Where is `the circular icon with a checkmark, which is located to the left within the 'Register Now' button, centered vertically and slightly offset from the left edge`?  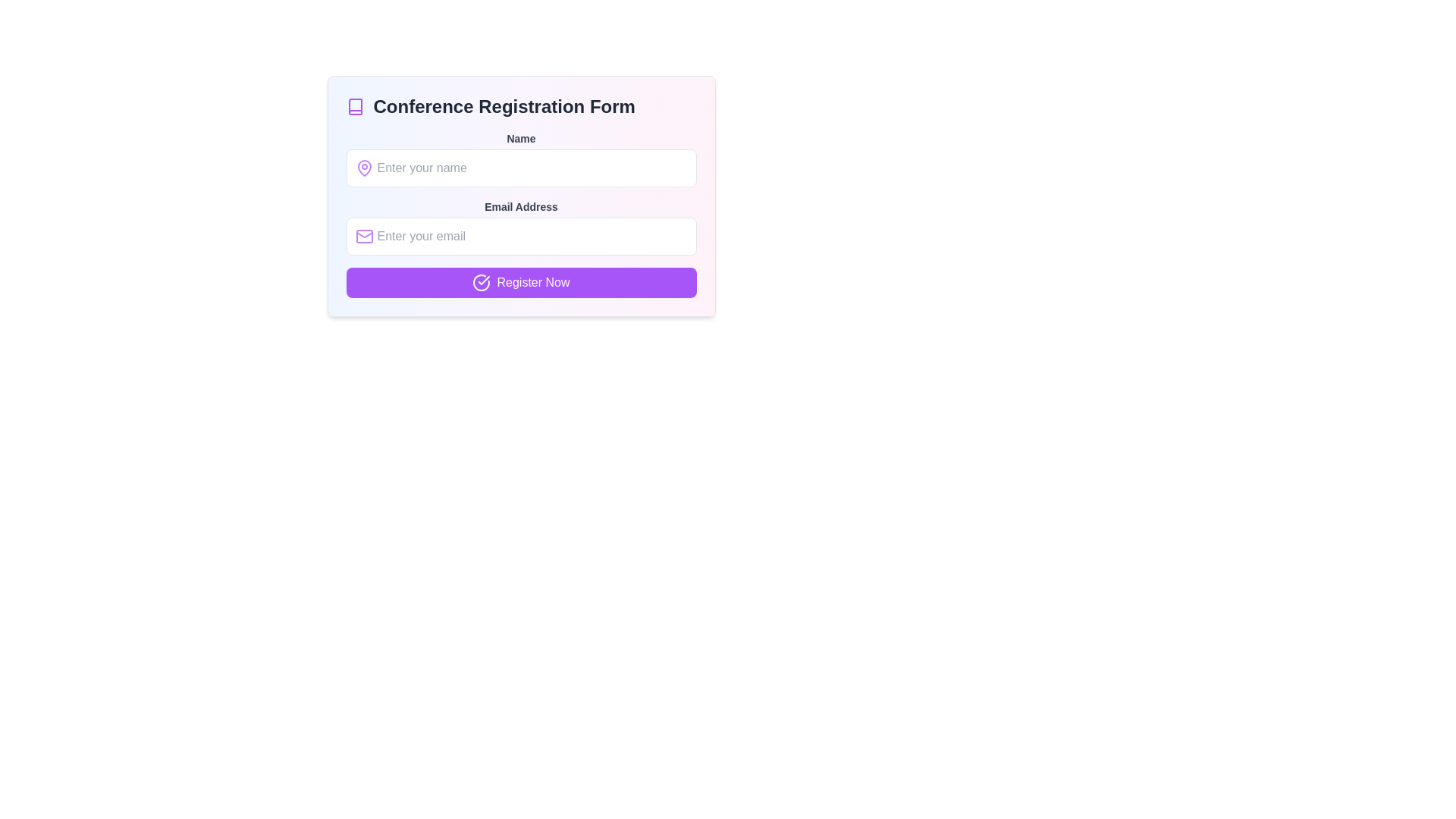 the circular icon with a checkmark, which is located to the left within the 'Register Now' button, centered vertically and slightly offset from the left edge is located at coordinates (481, 283).